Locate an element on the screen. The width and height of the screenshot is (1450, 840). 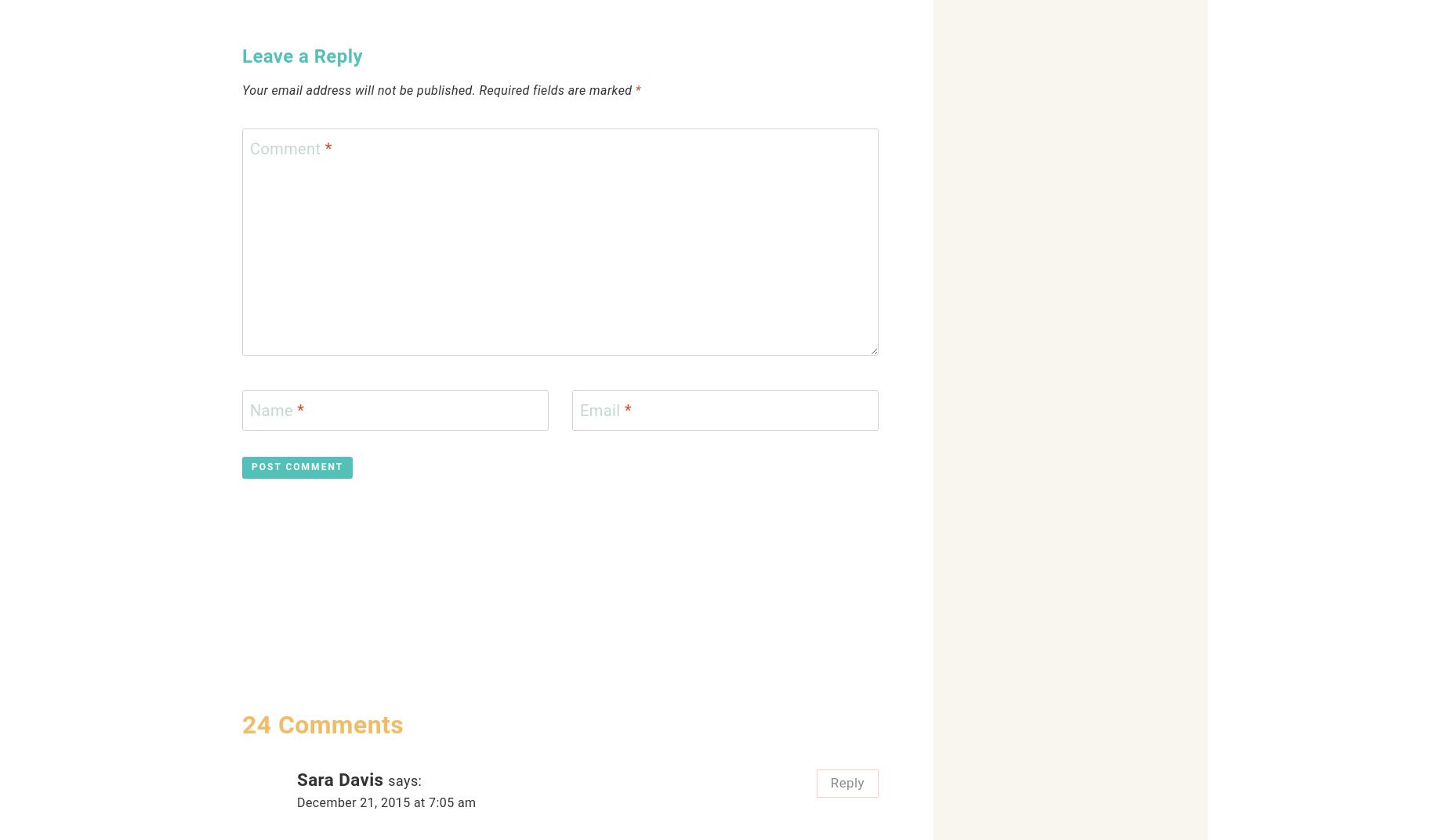
'Email' is located at coordinates (601, 410).